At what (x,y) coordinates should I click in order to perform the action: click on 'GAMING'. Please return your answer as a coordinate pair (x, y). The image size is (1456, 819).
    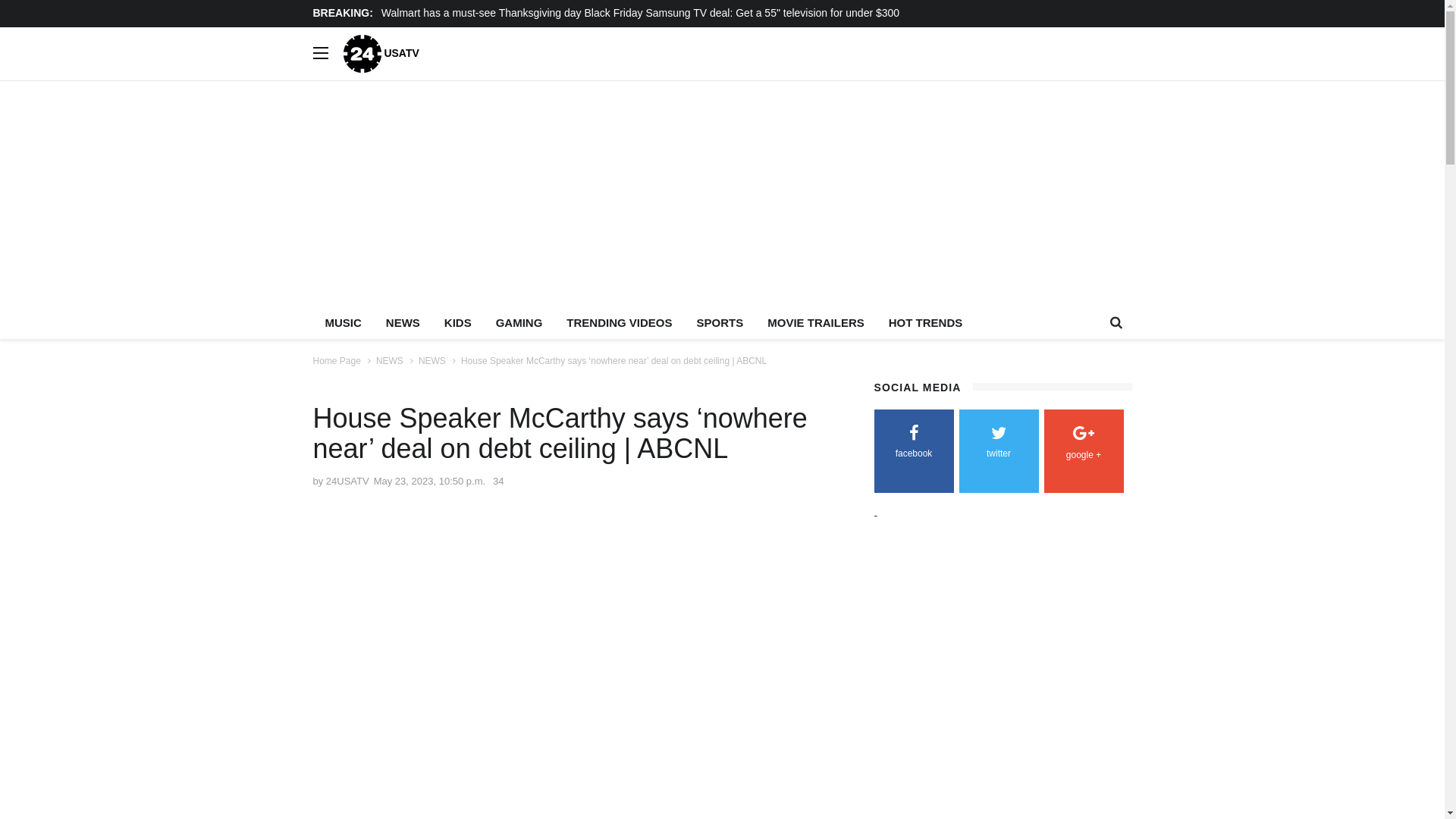
    Looking at the image, I should click on (519, 322).